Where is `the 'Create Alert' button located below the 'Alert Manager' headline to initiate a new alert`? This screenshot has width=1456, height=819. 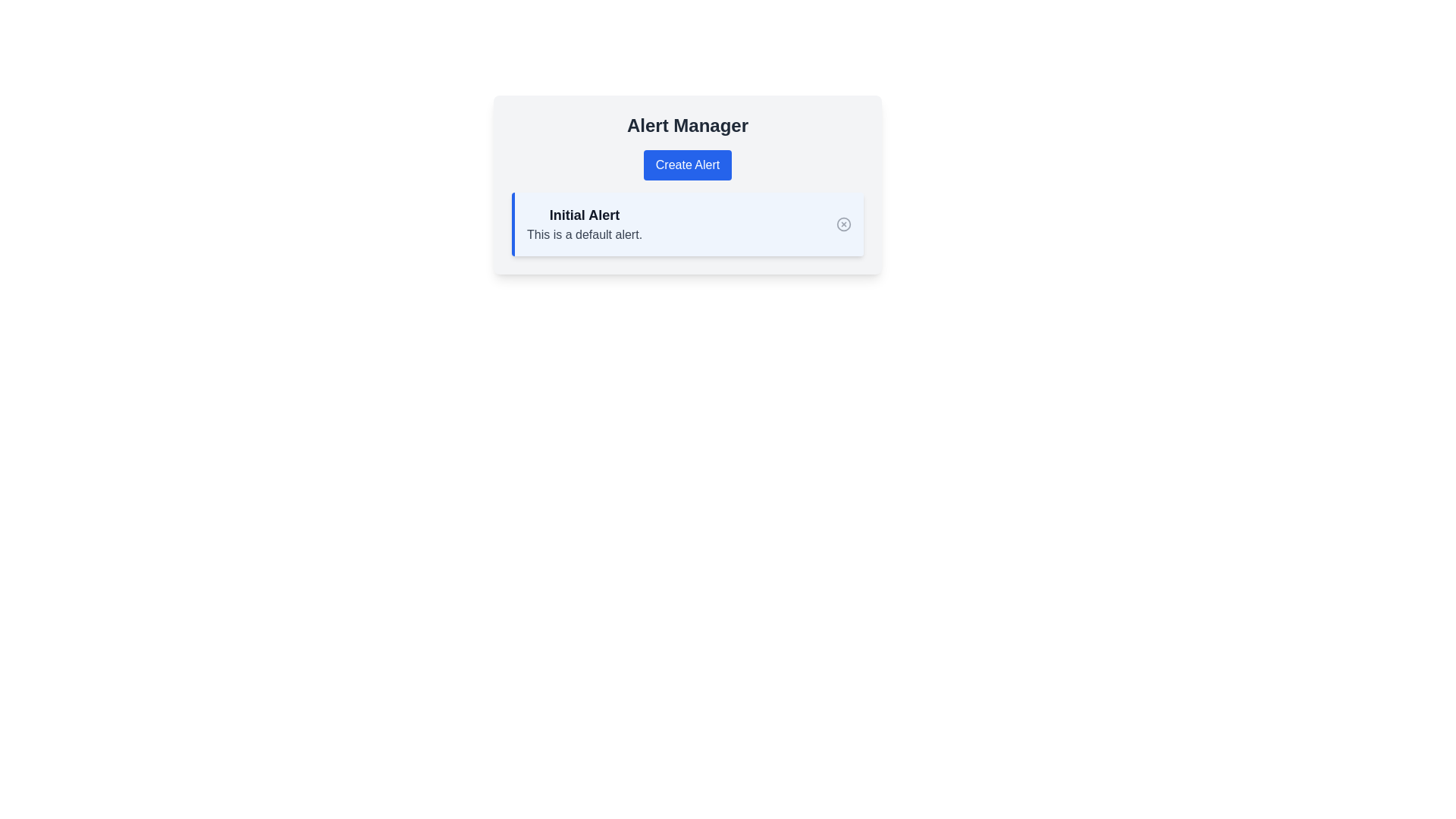 the 'Create Alert' button located below the 'Alert Manager' headline to initiate a new alert is located at coordinates (687, 146).